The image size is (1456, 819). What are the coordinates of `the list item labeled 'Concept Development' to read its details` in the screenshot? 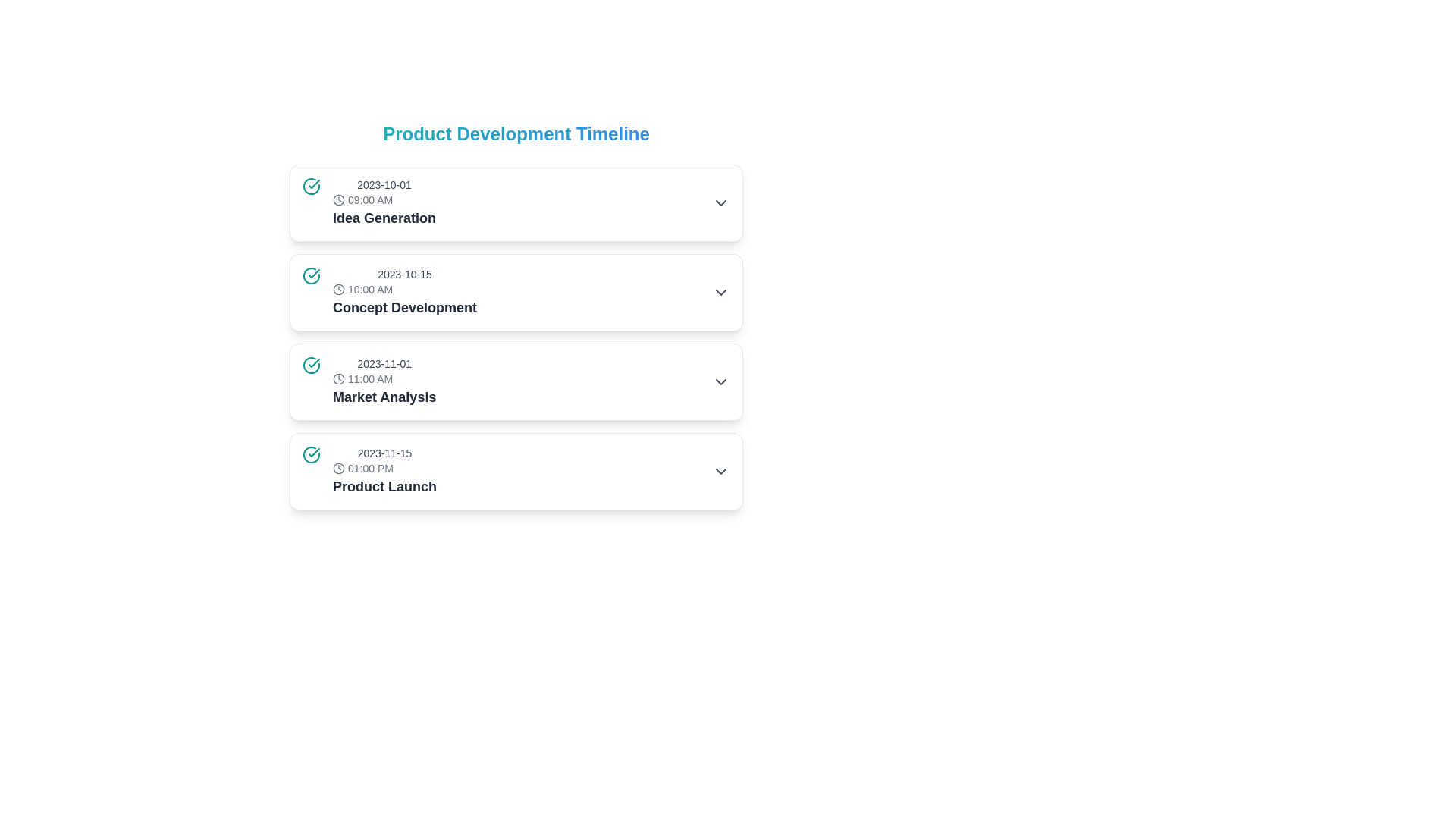 It's located at (389, 292).